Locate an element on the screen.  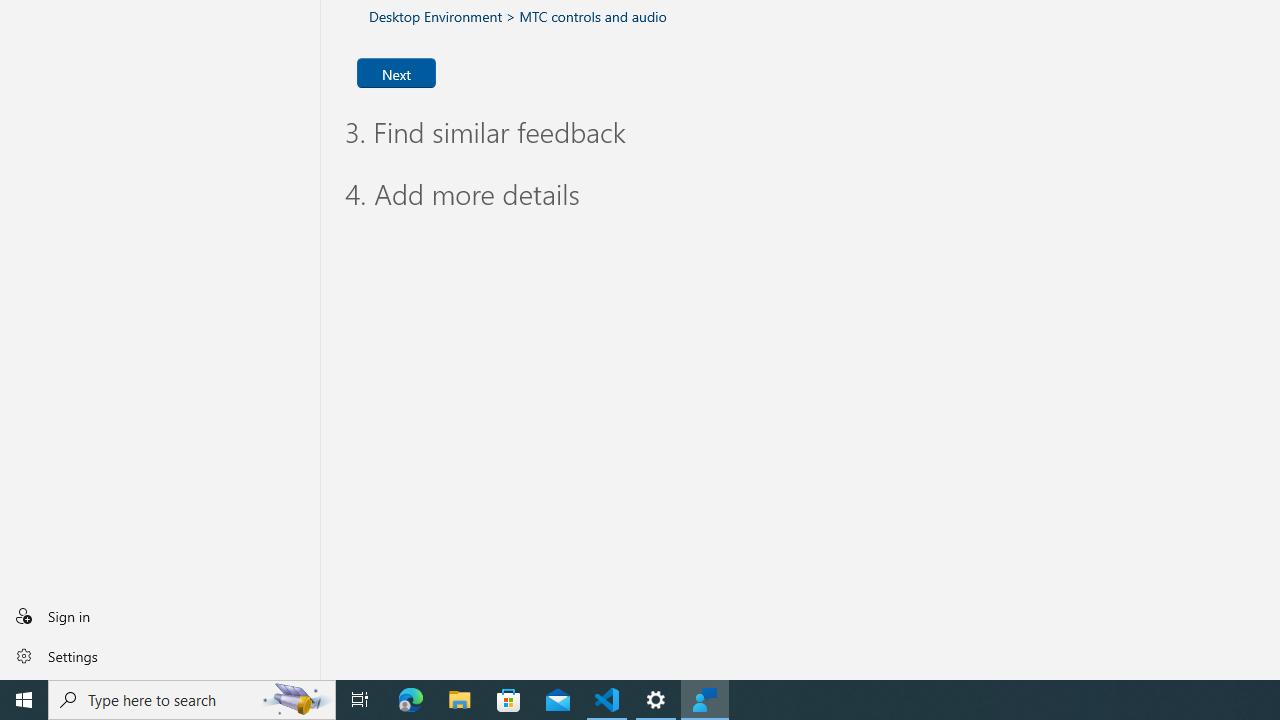
'Microsoft Edge' is located at coordinates (410, 698).